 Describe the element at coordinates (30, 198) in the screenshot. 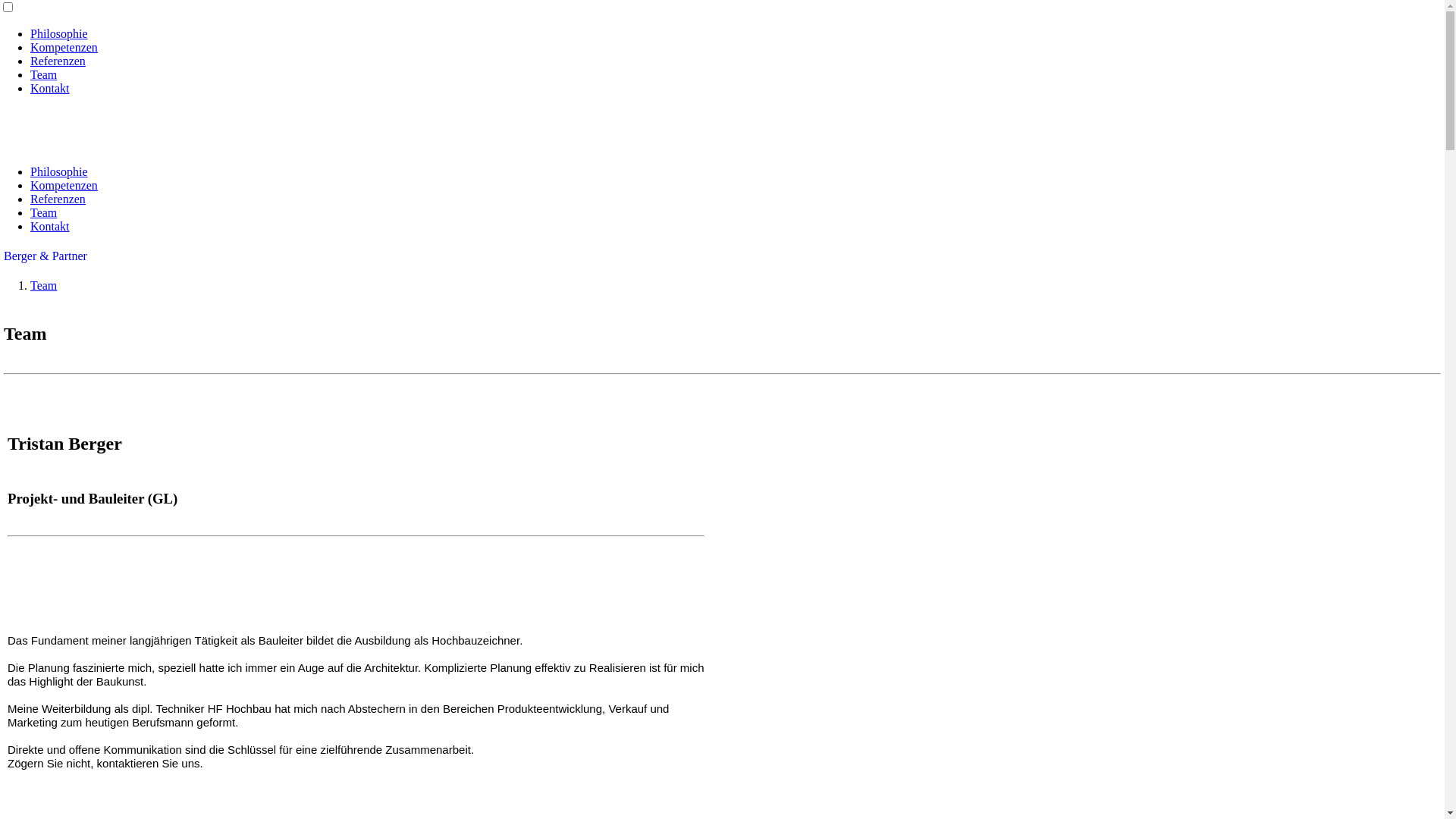

I see `'Referenzen'` at that location.